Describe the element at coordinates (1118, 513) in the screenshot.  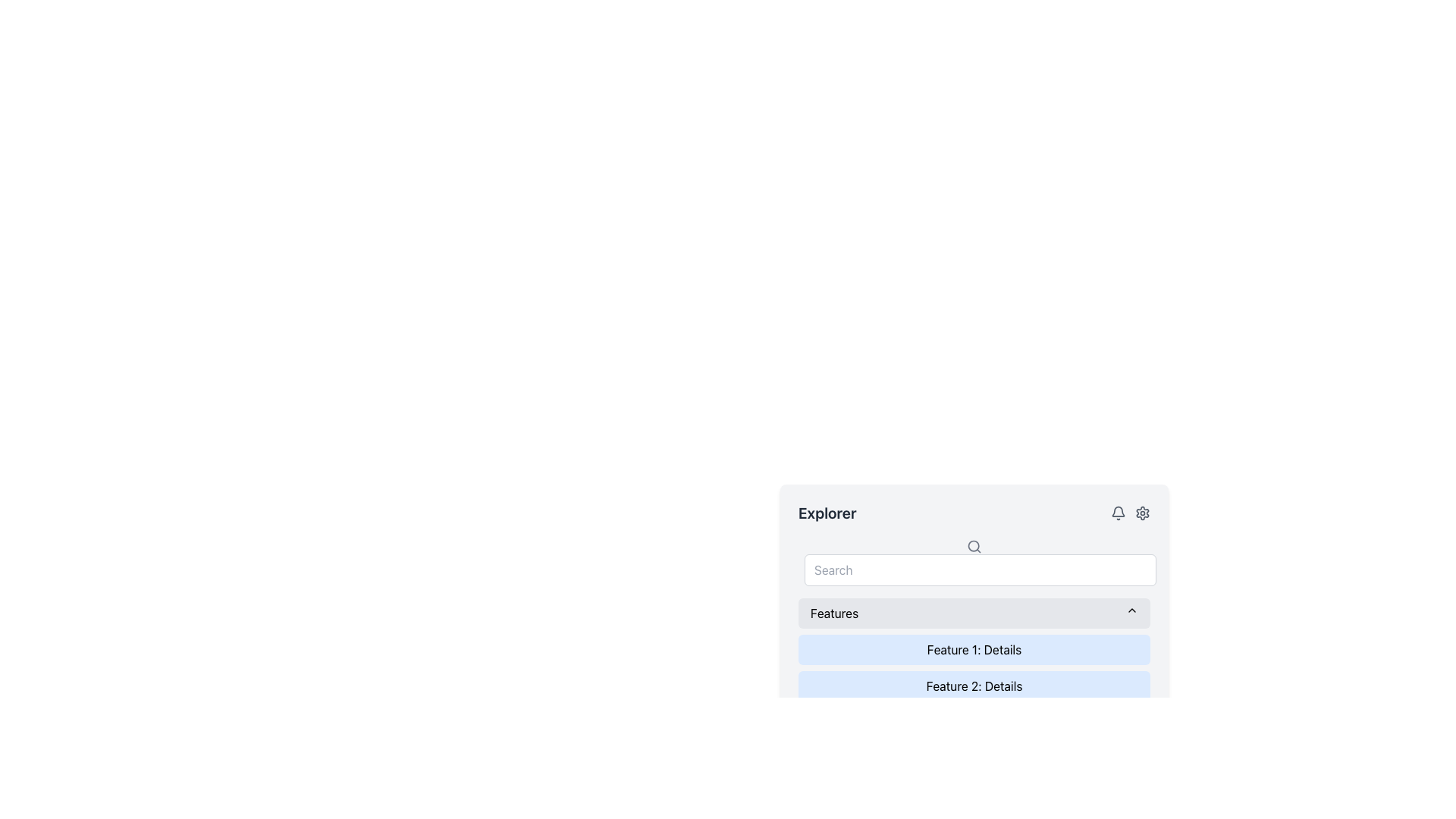
I see `the small gray bell icon in the top-right corner of the interface` at that location.